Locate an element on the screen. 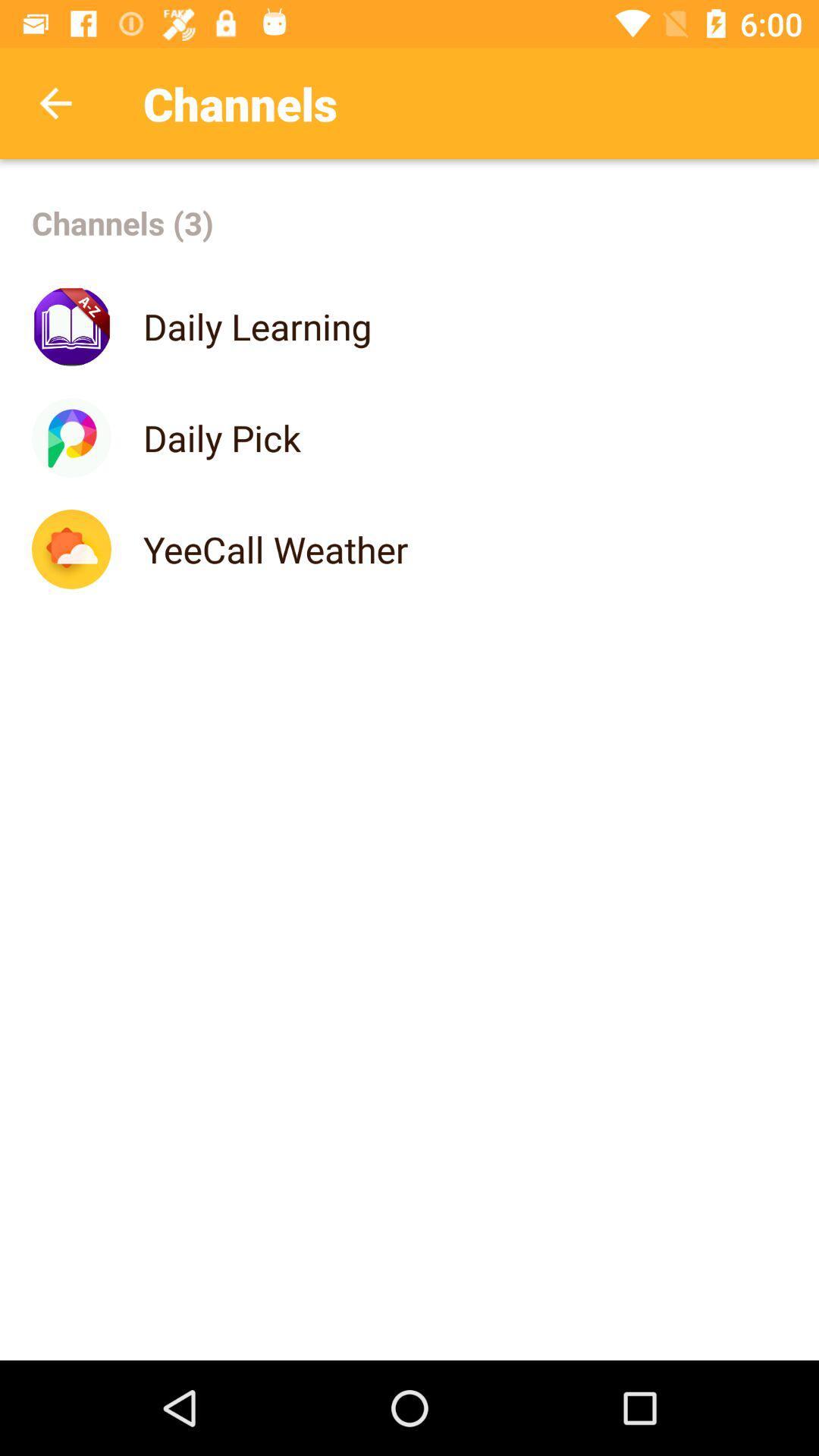 Image resolution: width=819 pixels, height=1456 pixels. icon next to the channels is located at coordinates (55, 102).